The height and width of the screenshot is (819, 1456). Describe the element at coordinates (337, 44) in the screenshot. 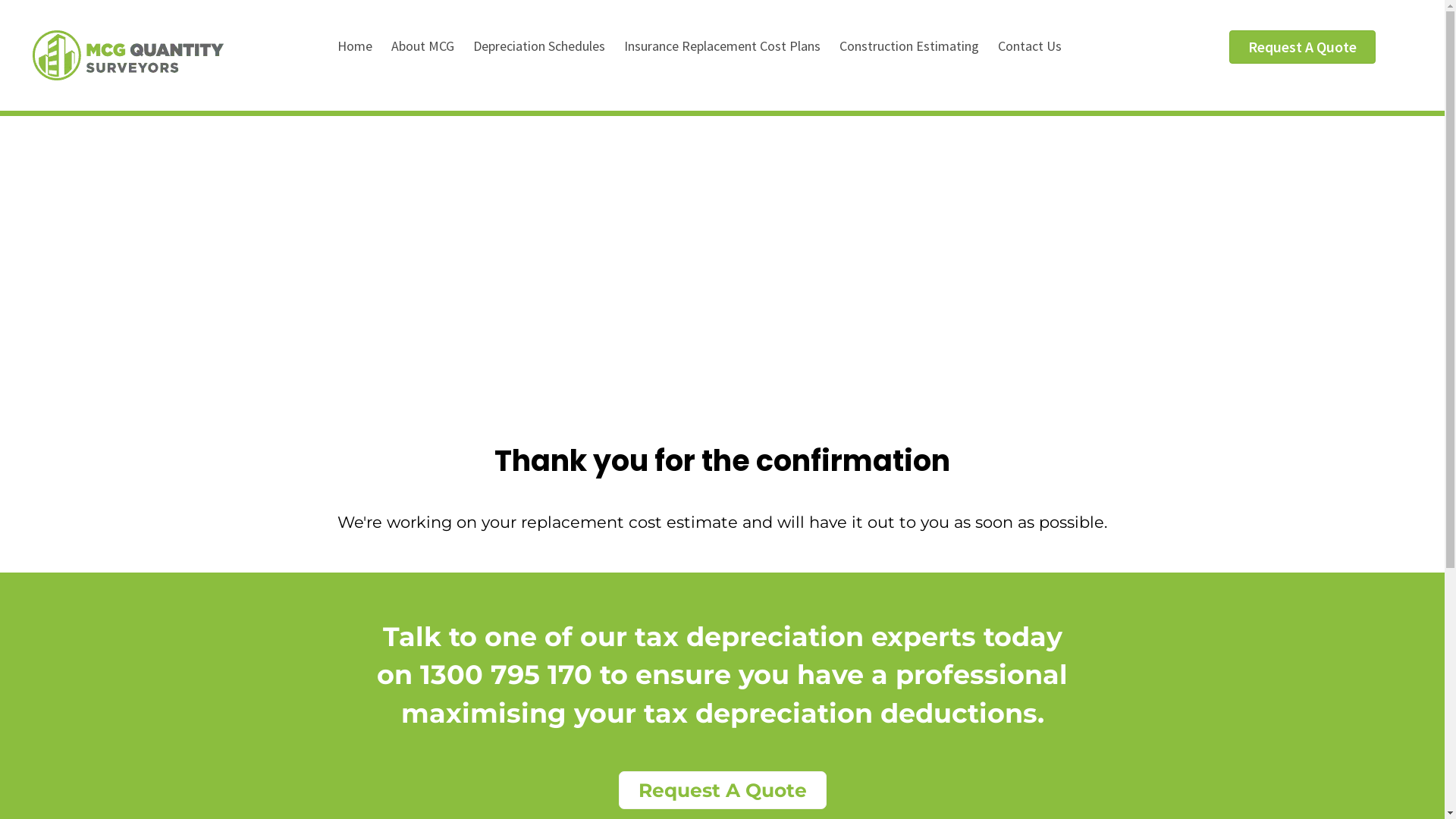

I see `'Home'` at that location.